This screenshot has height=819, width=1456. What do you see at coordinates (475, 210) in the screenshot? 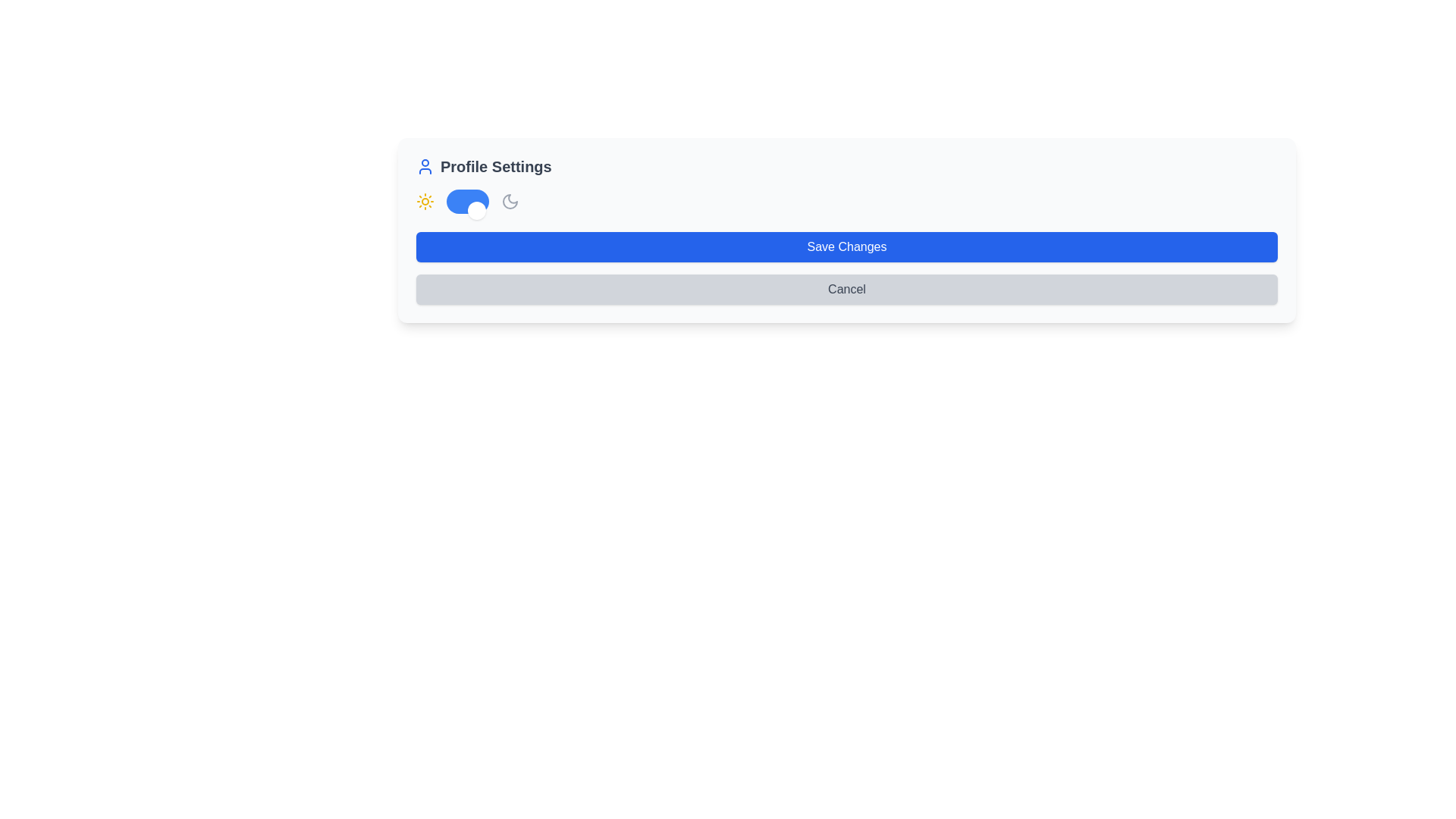
I see `the circular toggle switch handle` at bounding box center [475, 210].